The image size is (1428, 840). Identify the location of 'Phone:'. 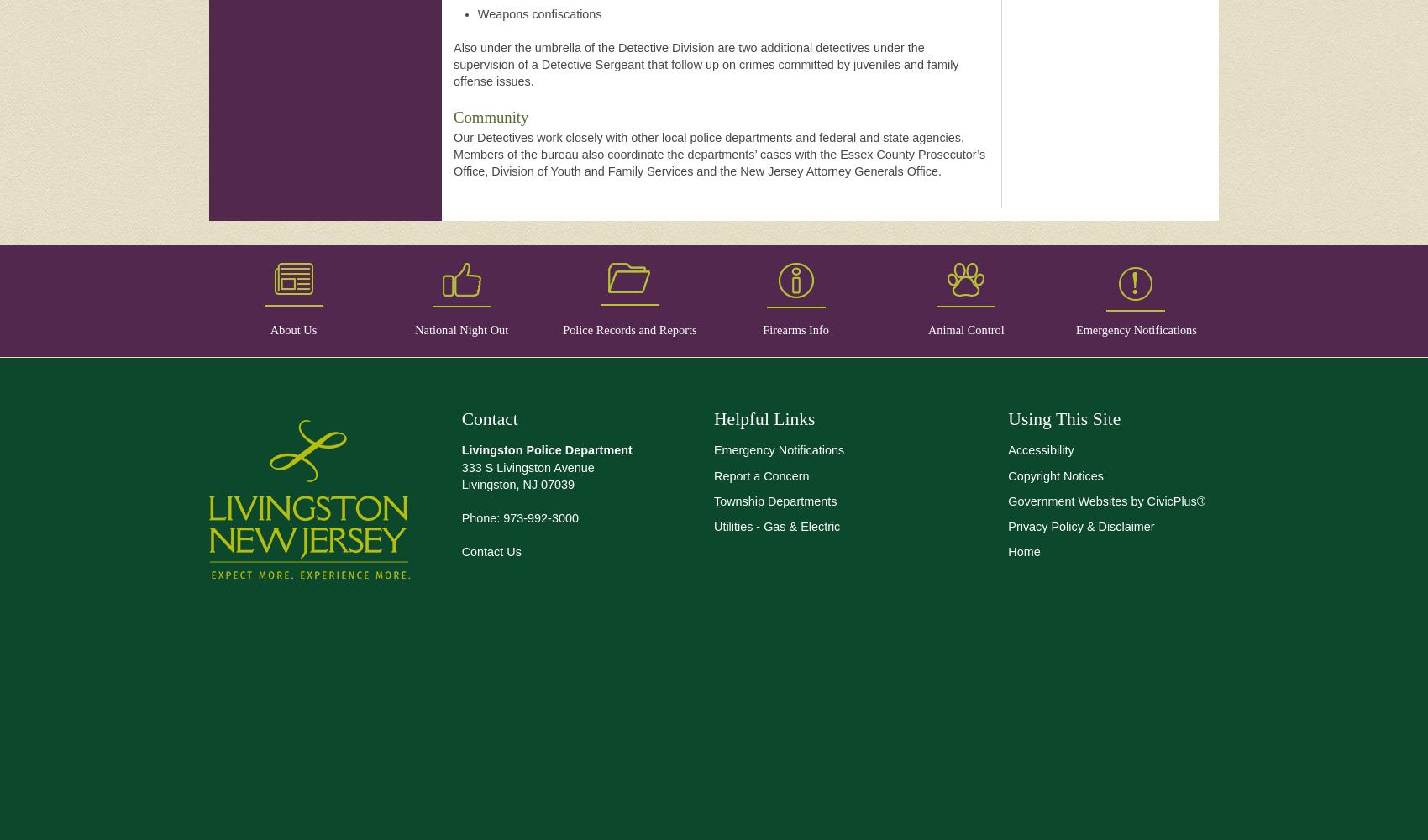
(480, 517).